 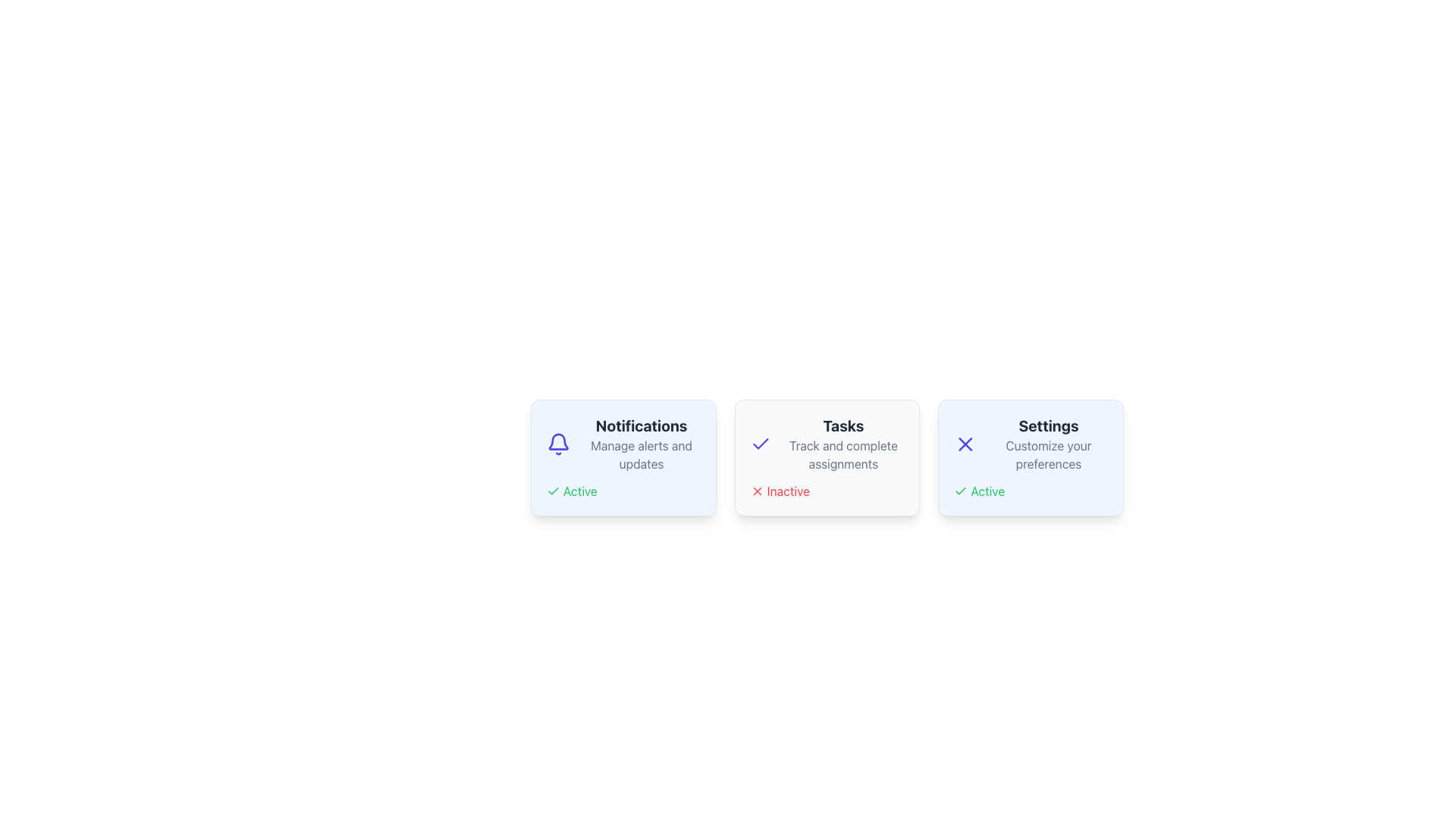 What do you see at coordinates (1047, 454) in the screenshot?
I see `the static text label that provides descriptive information about the 'Settings' section functionality, located in the third card beneath the 'Settings' title` at bounding box center [1047, 454].